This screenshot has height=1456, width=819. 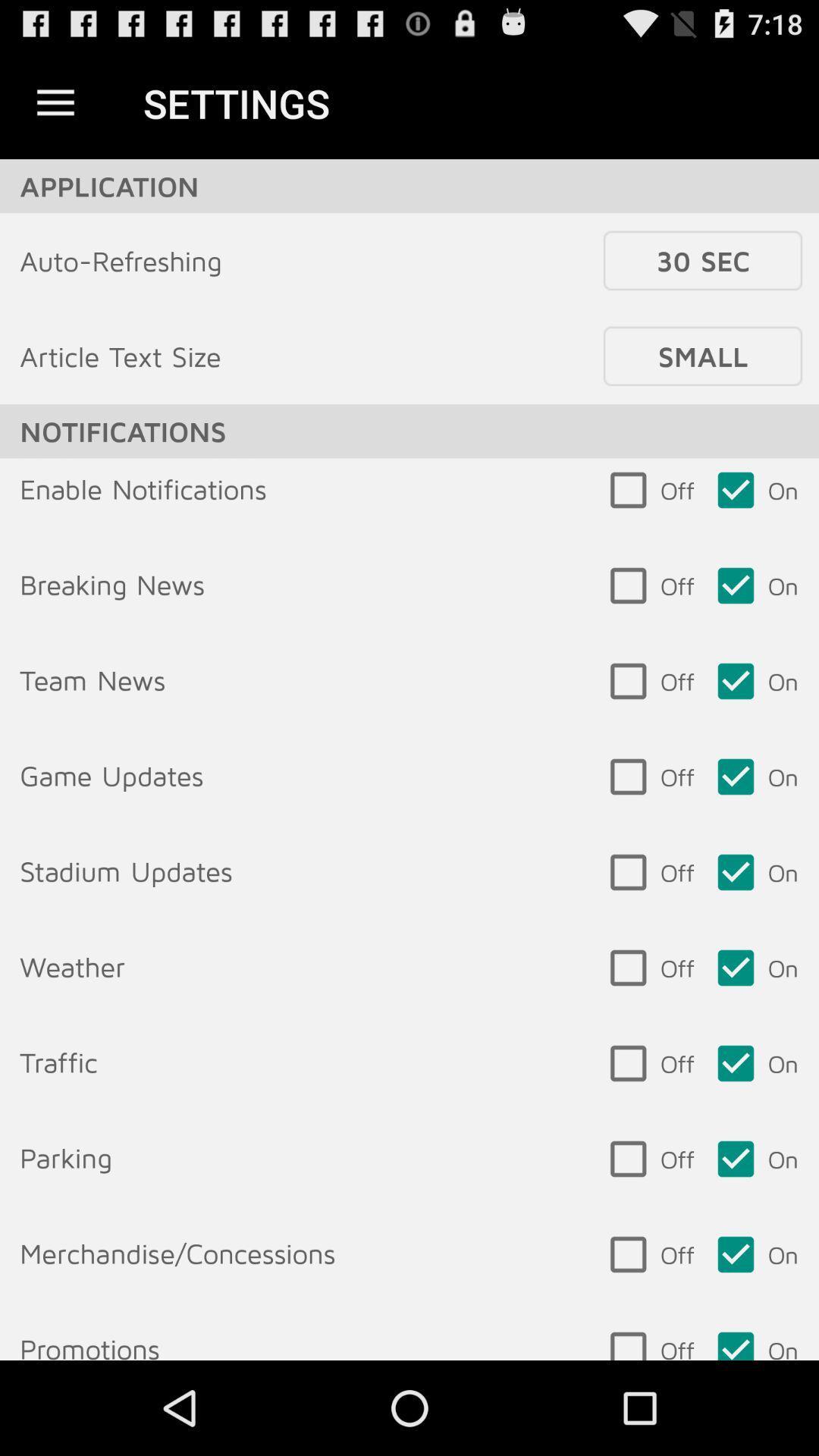 What do you see at coordinates (55, 102) in the screenshot?
I see `item to the left of settings icon` at bounding box center [55, 102].